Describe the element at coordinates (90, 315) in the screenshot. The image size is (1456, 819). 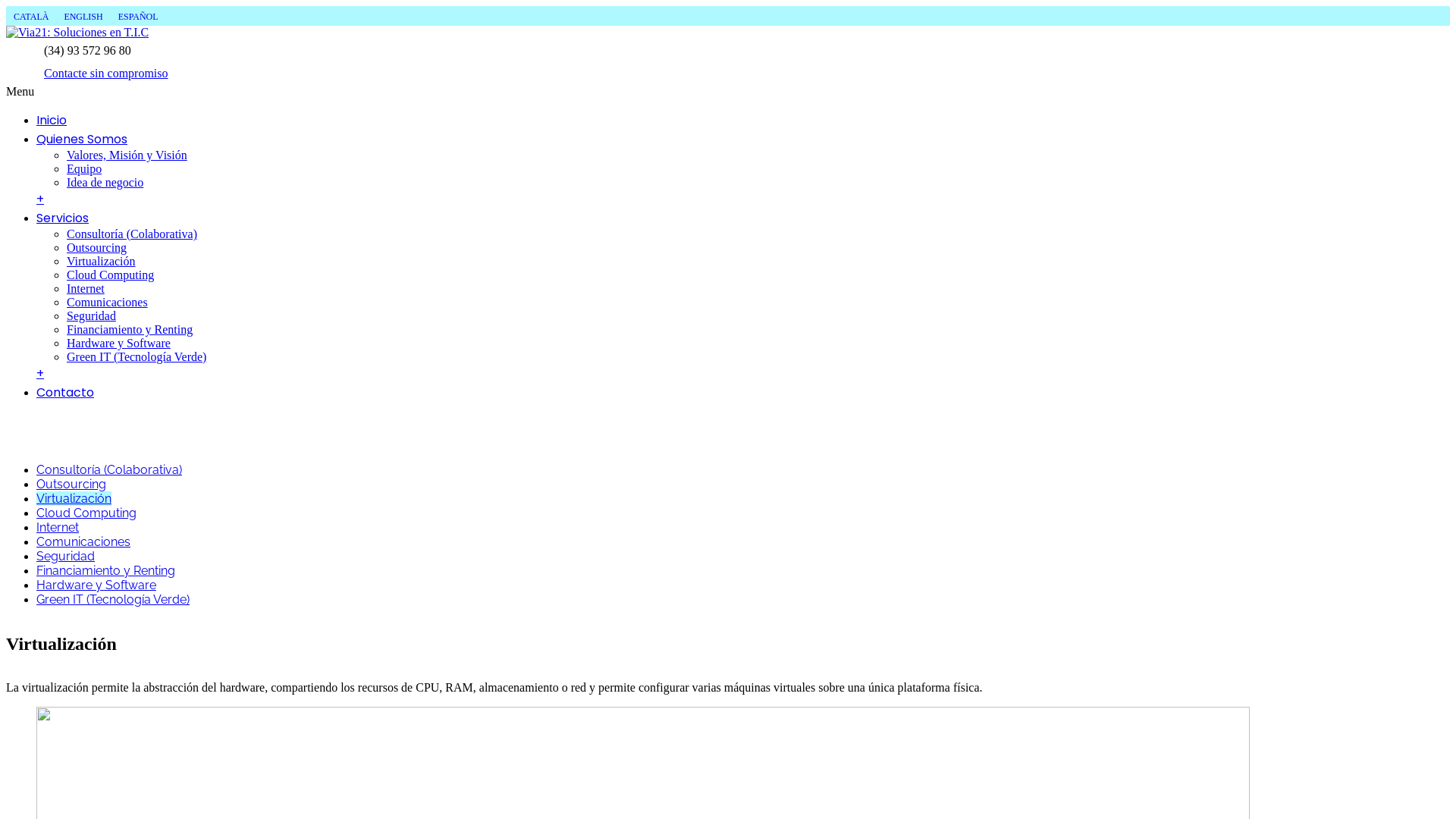
I see `'Seguridad'` at that location.